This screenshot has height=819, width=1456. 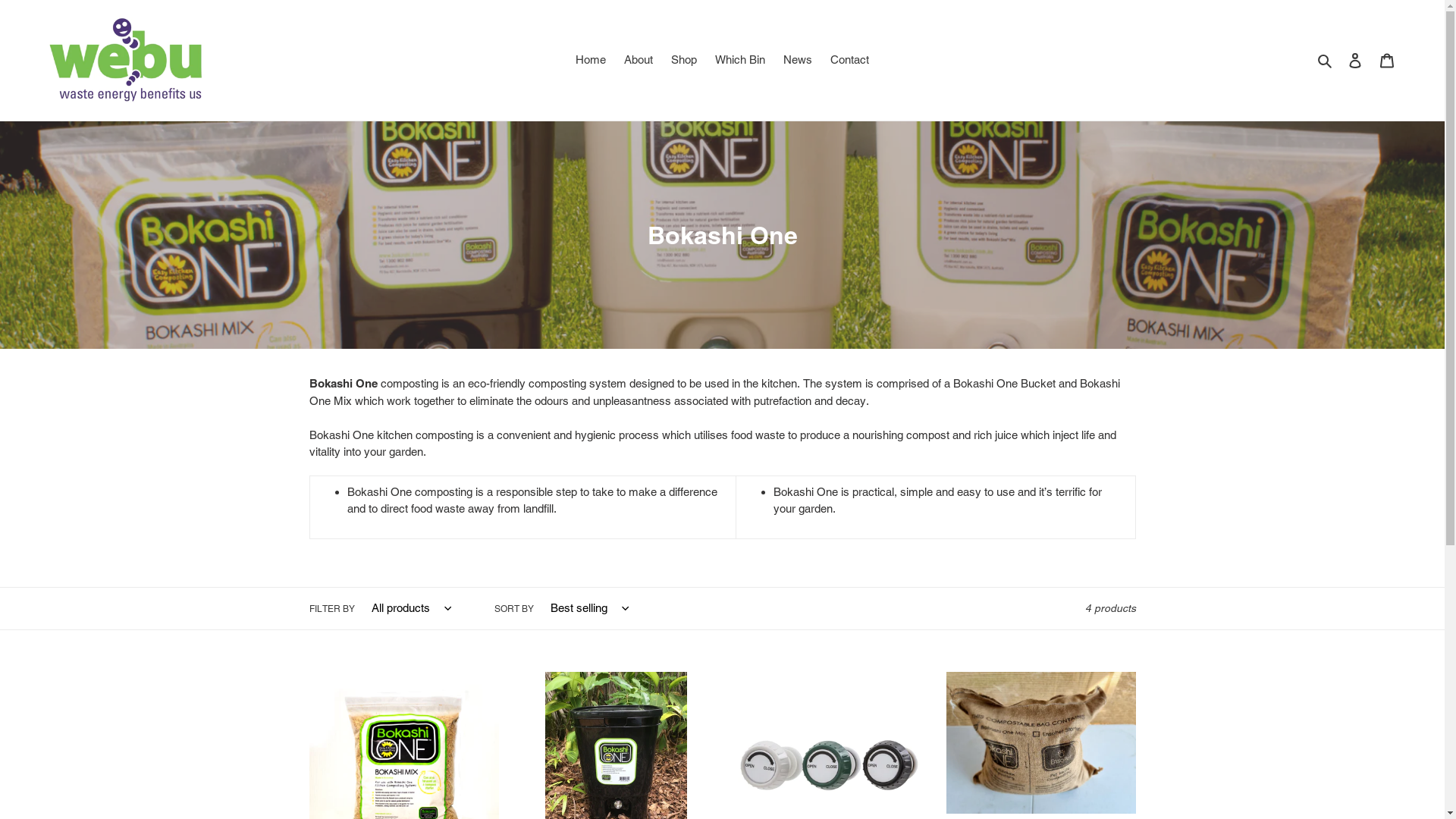 I want to click on 'Cart', so click(x=1386, y=59).